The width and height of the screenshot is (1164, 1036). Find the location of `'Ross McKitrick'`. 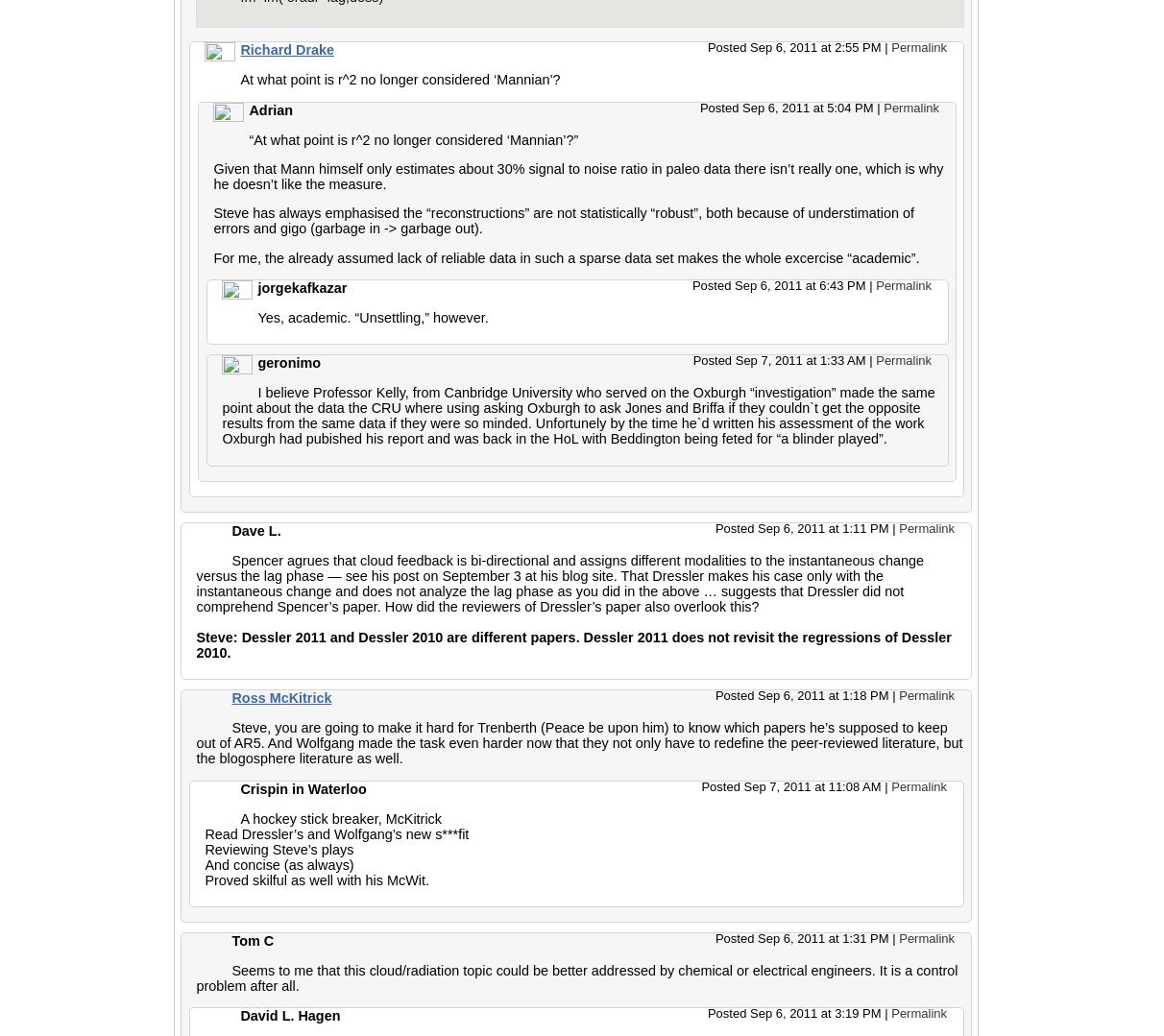

'Ross McKitrick' is located at coordinates (280, 697).